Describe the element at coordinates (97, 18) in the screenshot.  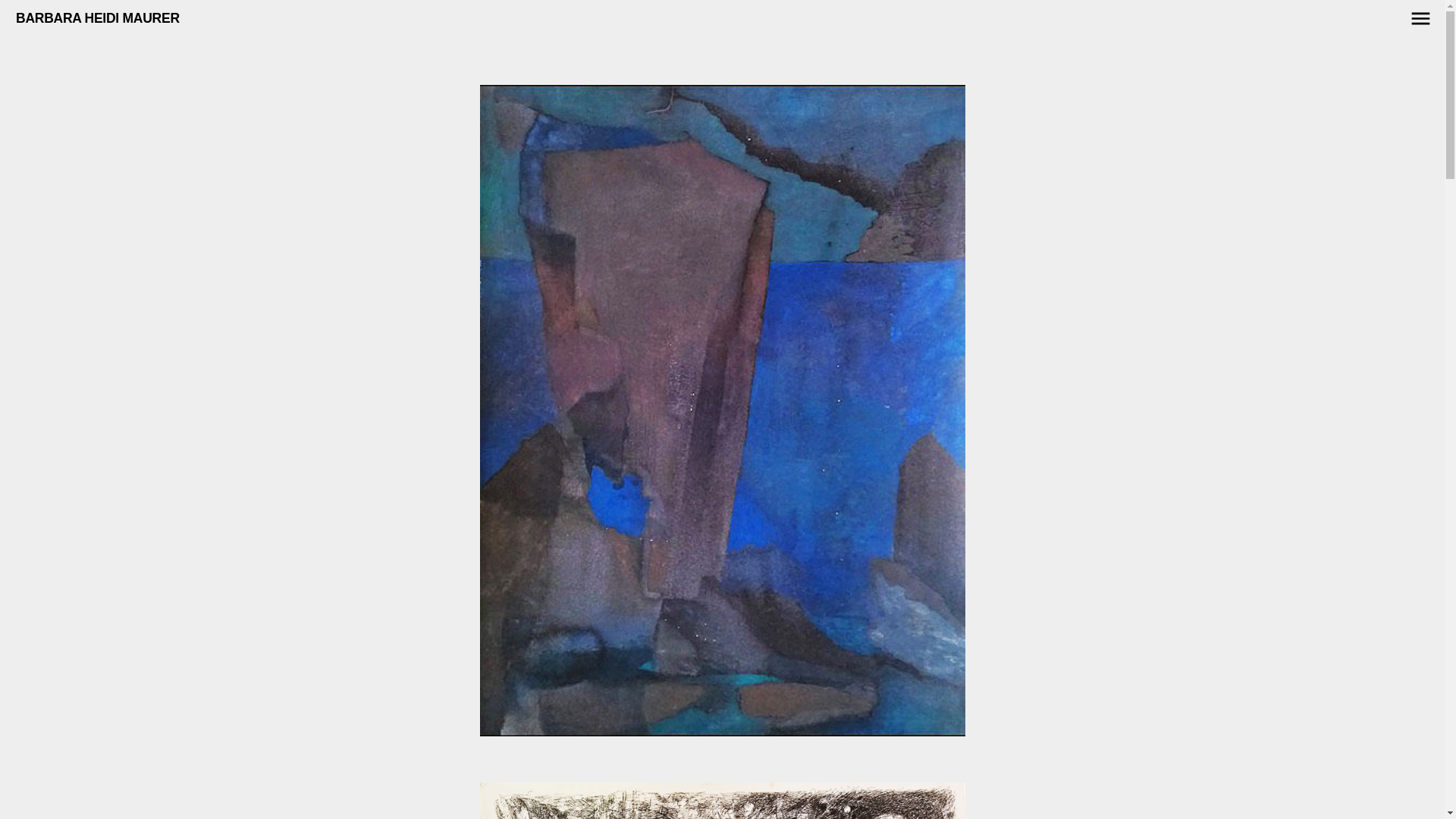
I see `'BARBARA HEIDI MAURER'` at that location.